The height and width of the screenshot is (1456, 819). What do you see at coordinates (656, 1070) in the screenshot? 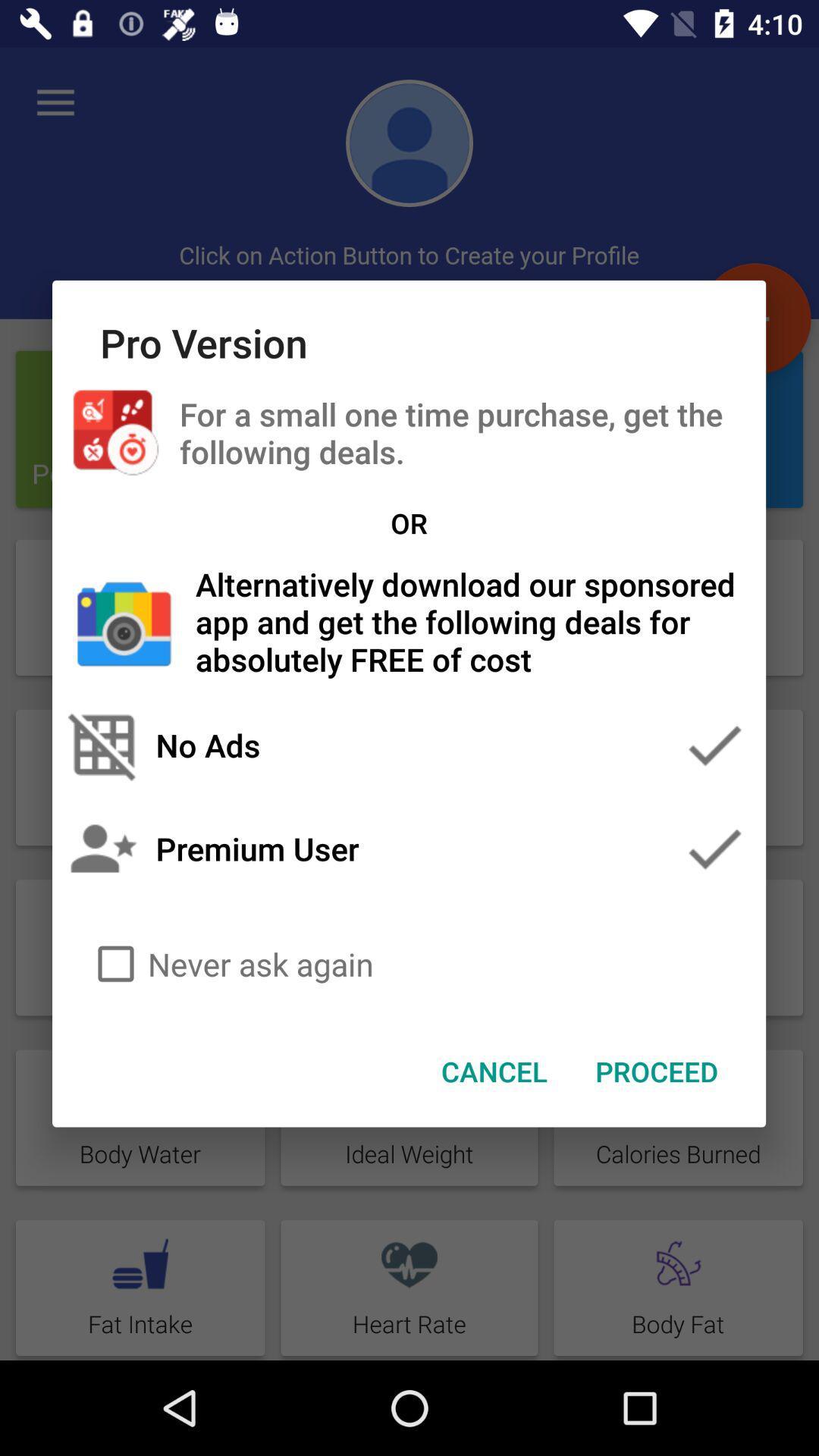
I see `the proceed` at bounding box center [656, 1070].